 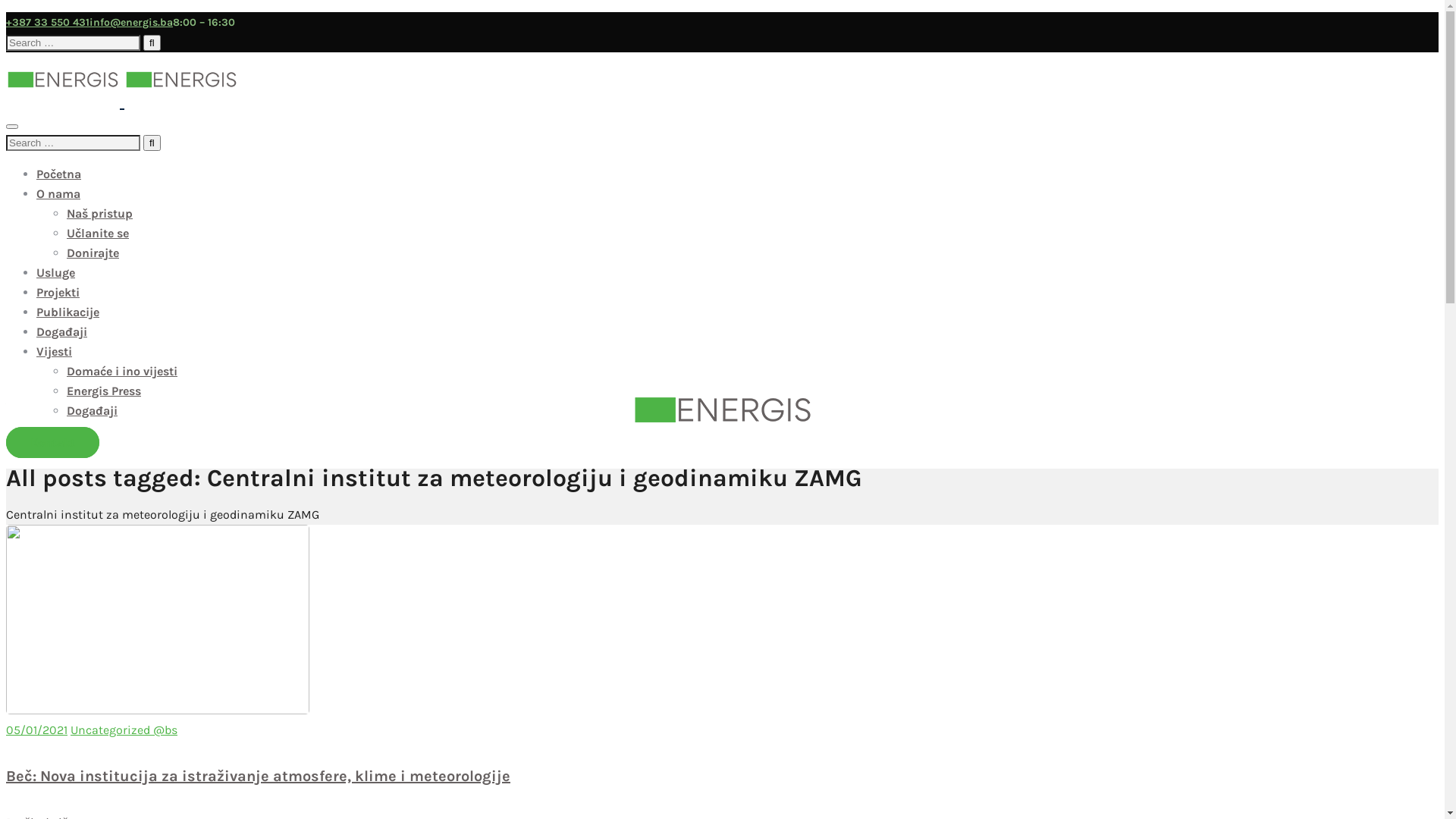 What do you see at coordinates (54, 351) in the screenshot?
I see `'Vijesti'` at bounding box center [54, 351].